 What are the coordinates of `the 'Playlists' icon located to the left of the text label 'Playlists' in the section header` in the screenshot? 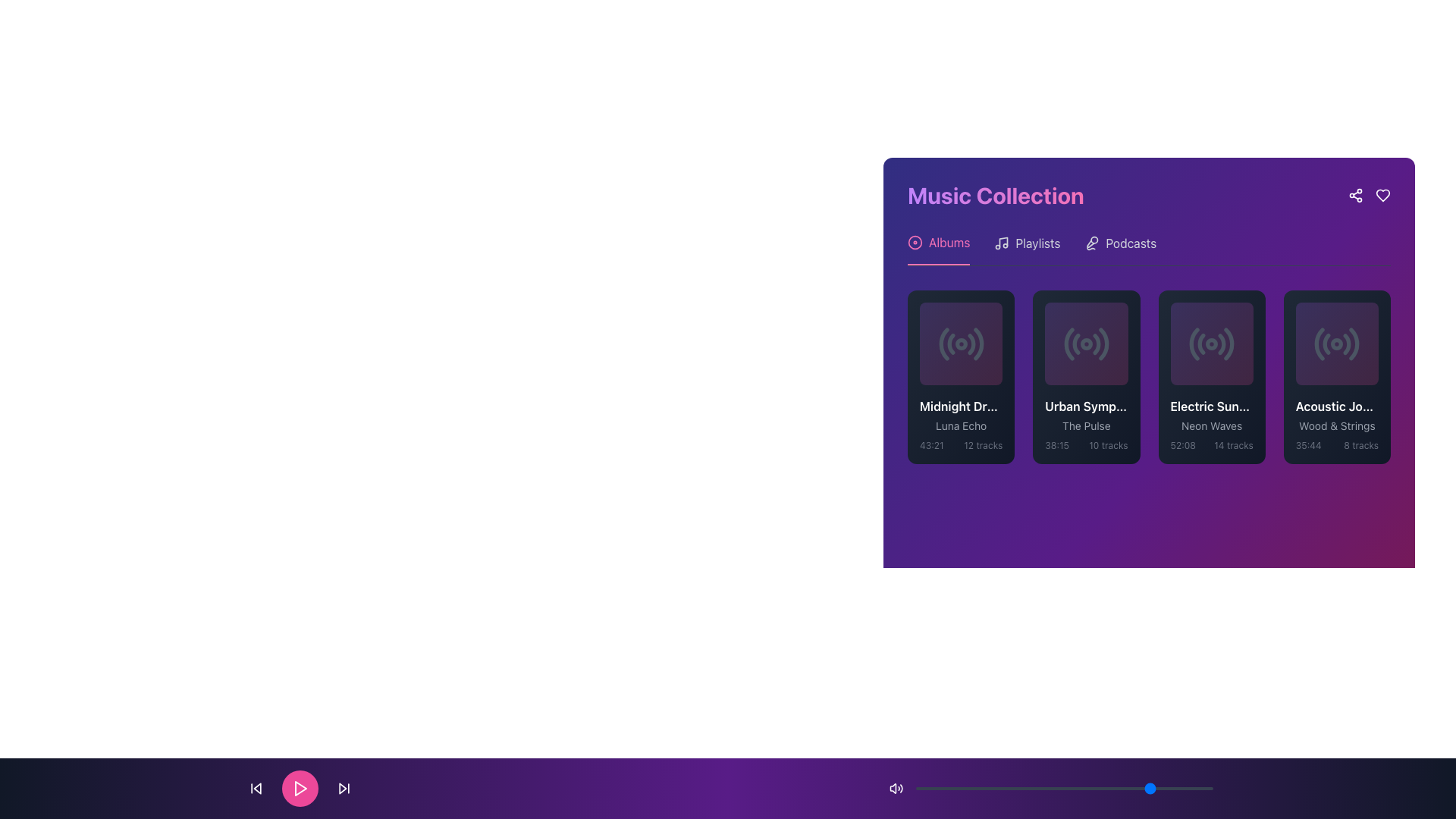 It's located at (1002, 242).